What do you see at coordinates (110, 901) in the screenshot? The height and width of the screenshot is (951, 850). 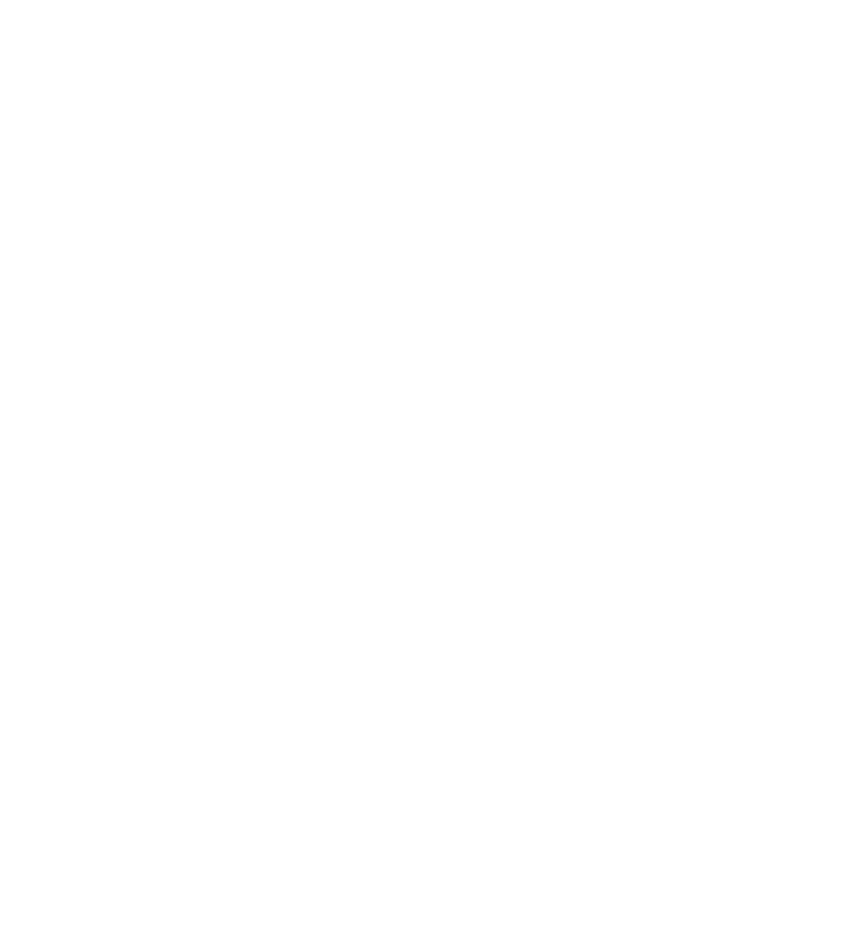 I see `'Reports'` at bounding box center [110, 901].